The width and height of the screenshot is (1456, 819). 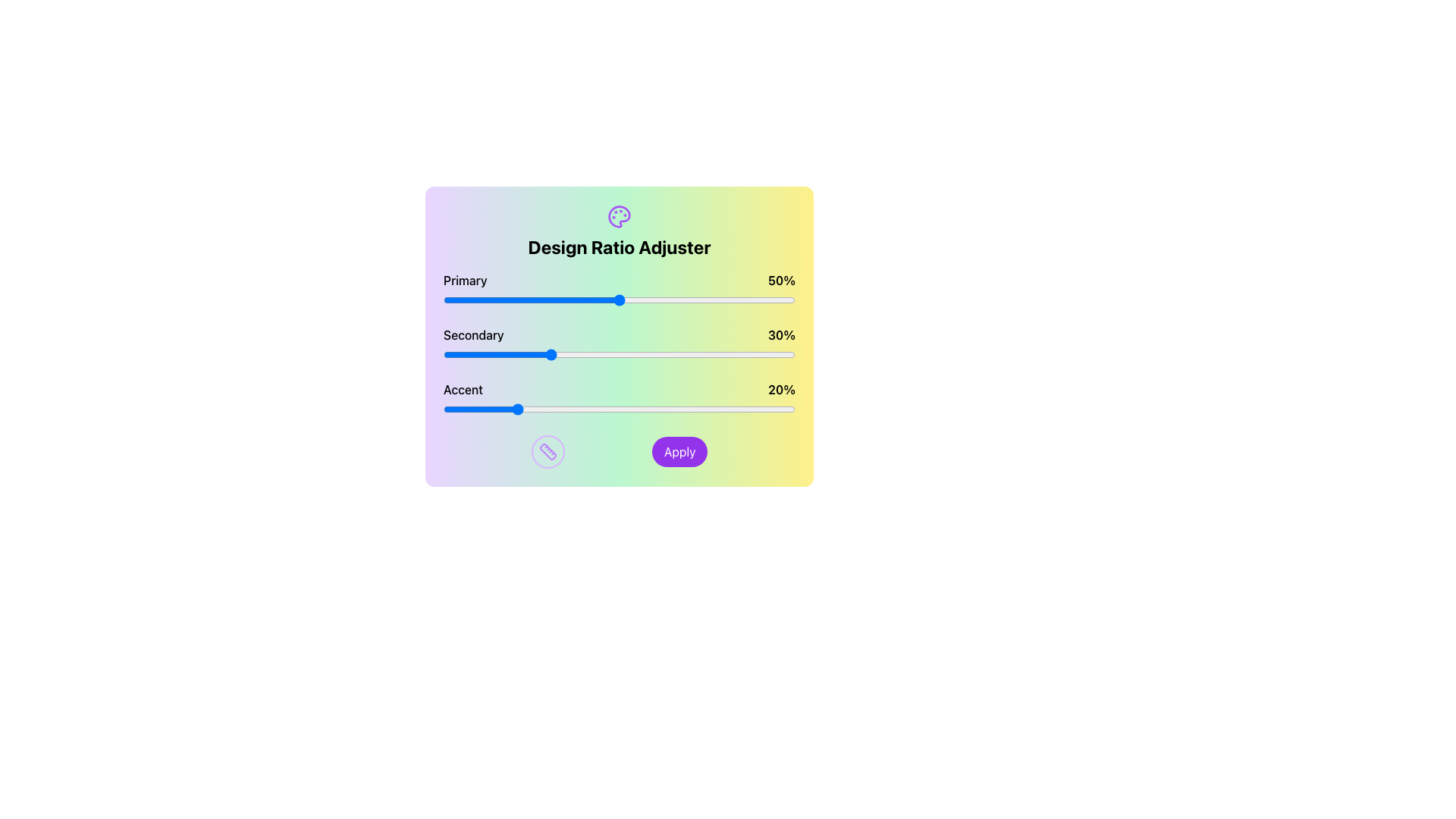 I want to click on the accent ratio slider, so click(x=764, y=409).